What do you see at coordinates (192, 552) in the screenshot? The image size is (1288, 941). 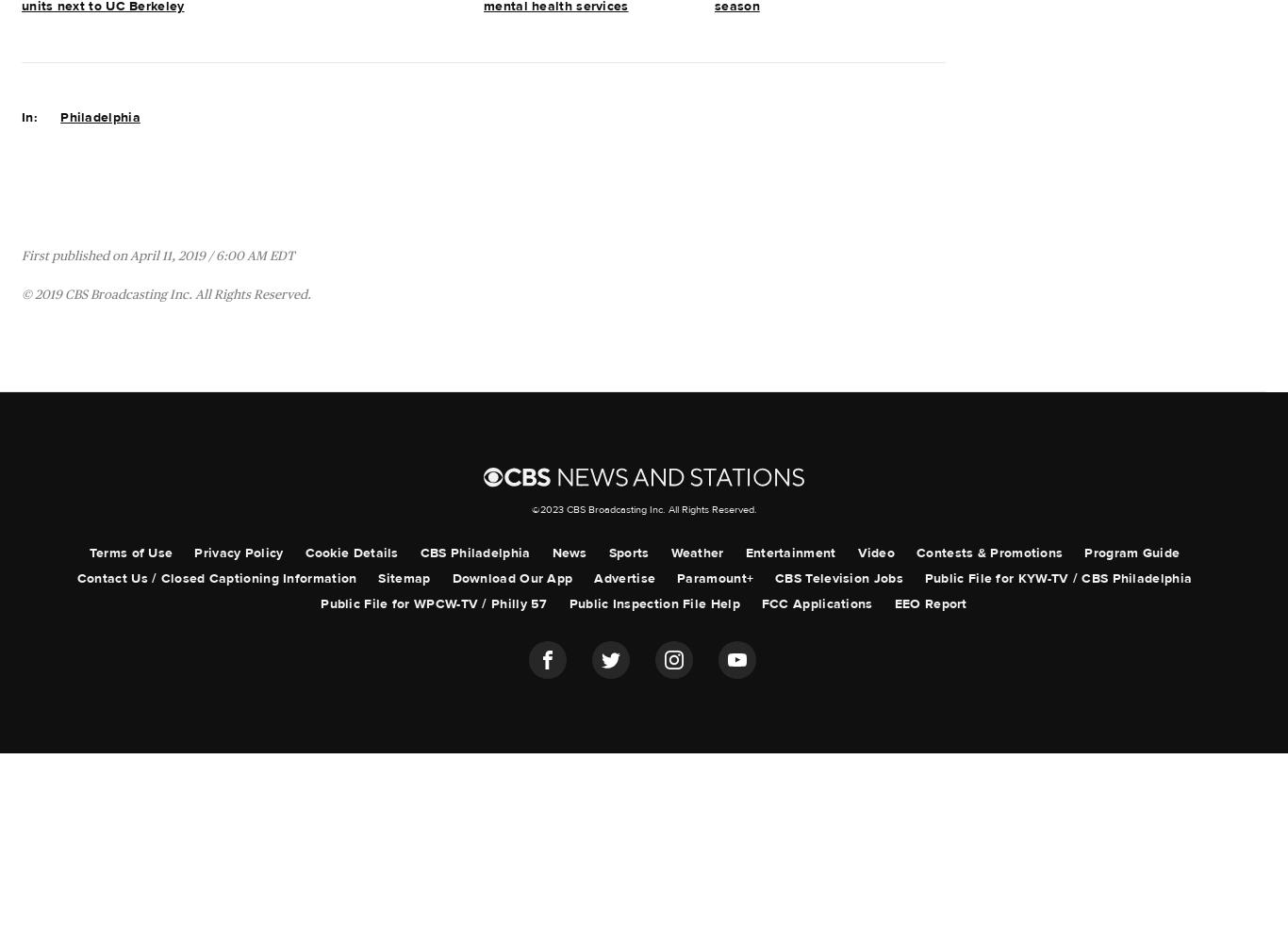 I see `'Privacy Policy'` at bounding box center [192, 552].